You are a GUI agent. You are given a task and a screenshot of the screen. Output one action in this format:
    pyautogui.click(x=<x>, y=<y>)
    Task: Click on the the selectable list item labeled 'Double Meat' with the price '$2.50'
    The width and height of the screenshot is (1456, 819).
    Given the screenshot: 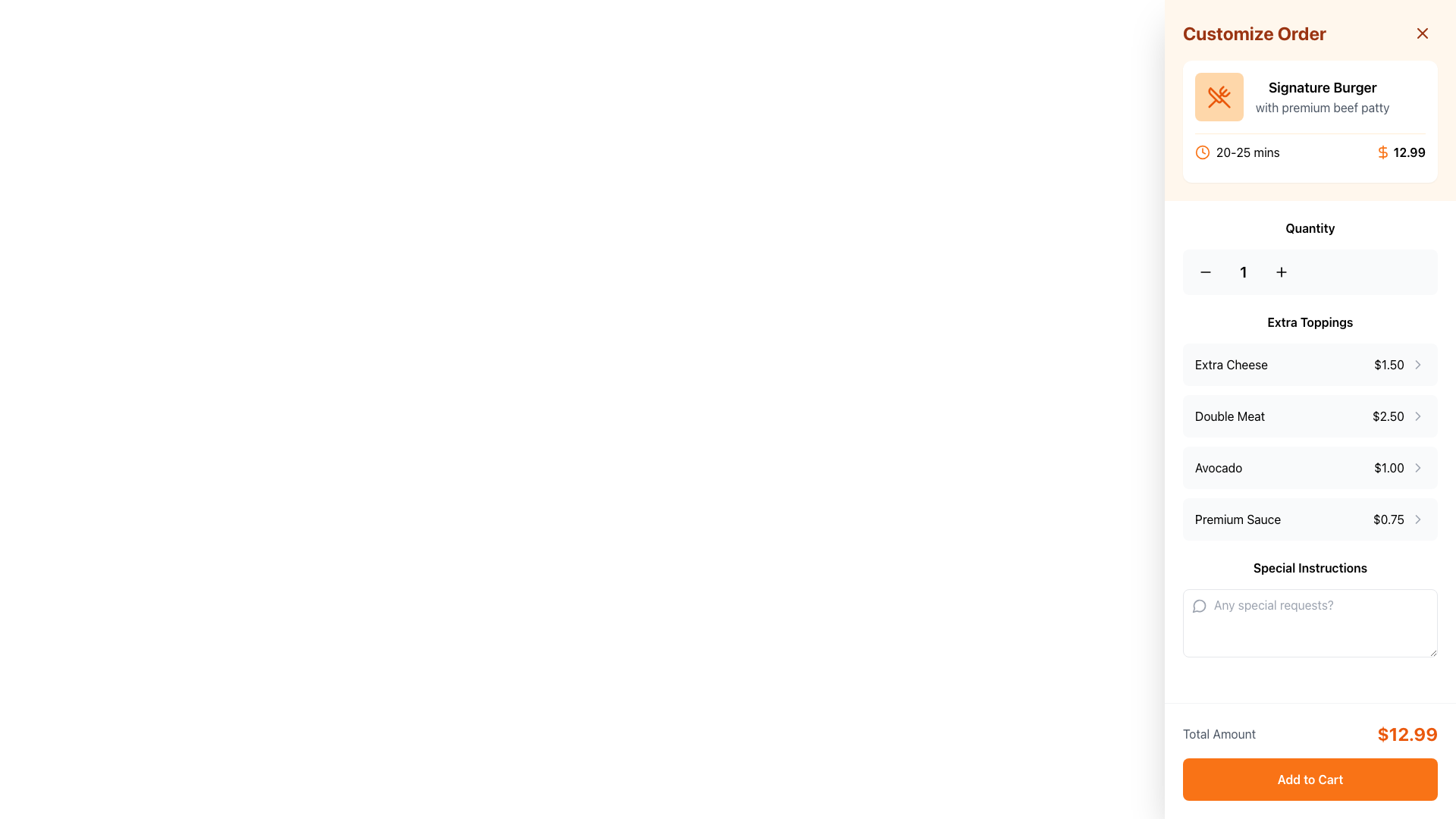 What is the action you would take?
    pyautogui.click(x=1310, y=427)
    